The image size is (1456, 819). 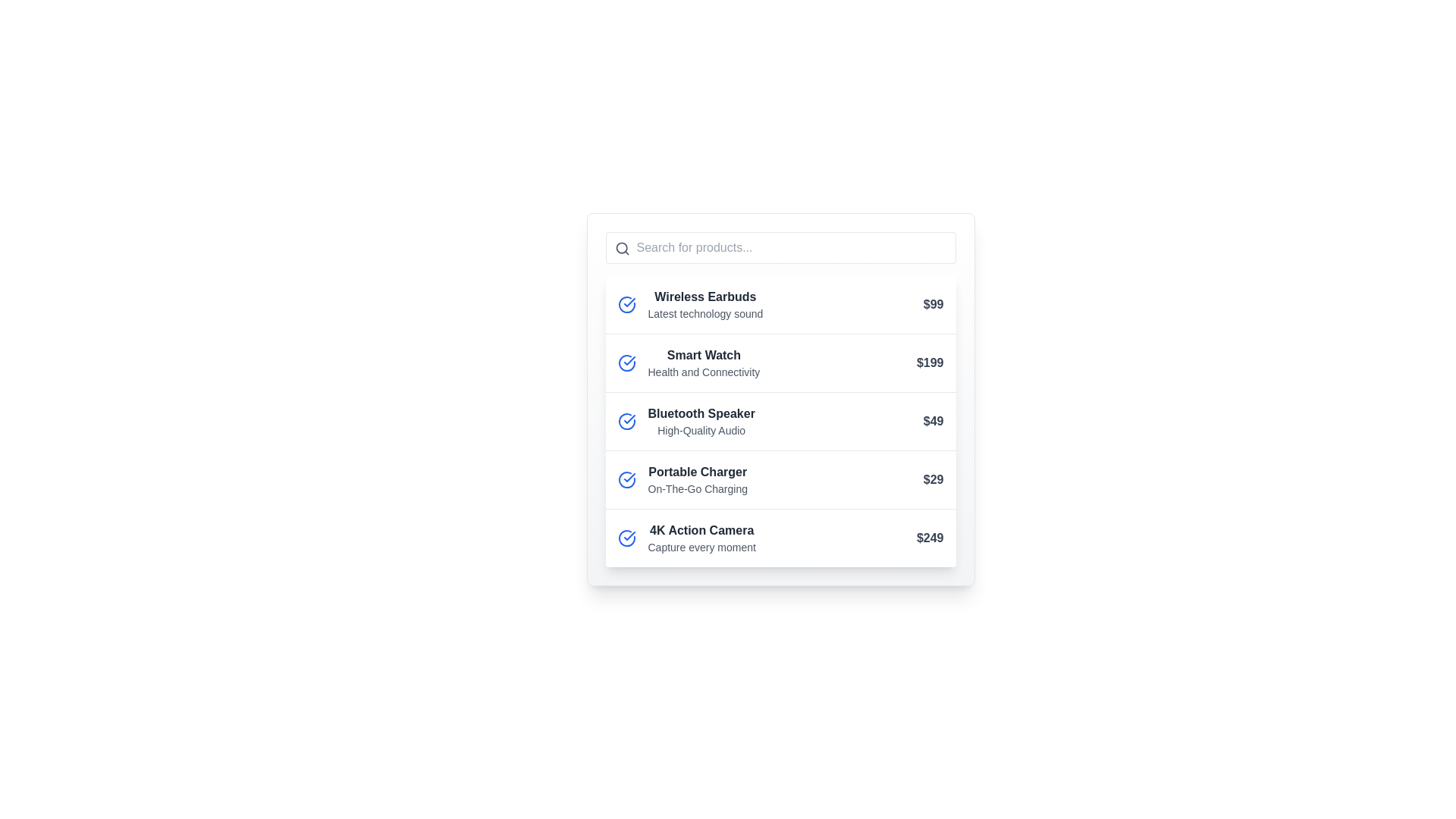 I want to click on text label displaying the title 'Wireless Earbuds' and subtitle 'Latest technology sound' located within the first item of the vertical product list, so click(x=704, y=304).